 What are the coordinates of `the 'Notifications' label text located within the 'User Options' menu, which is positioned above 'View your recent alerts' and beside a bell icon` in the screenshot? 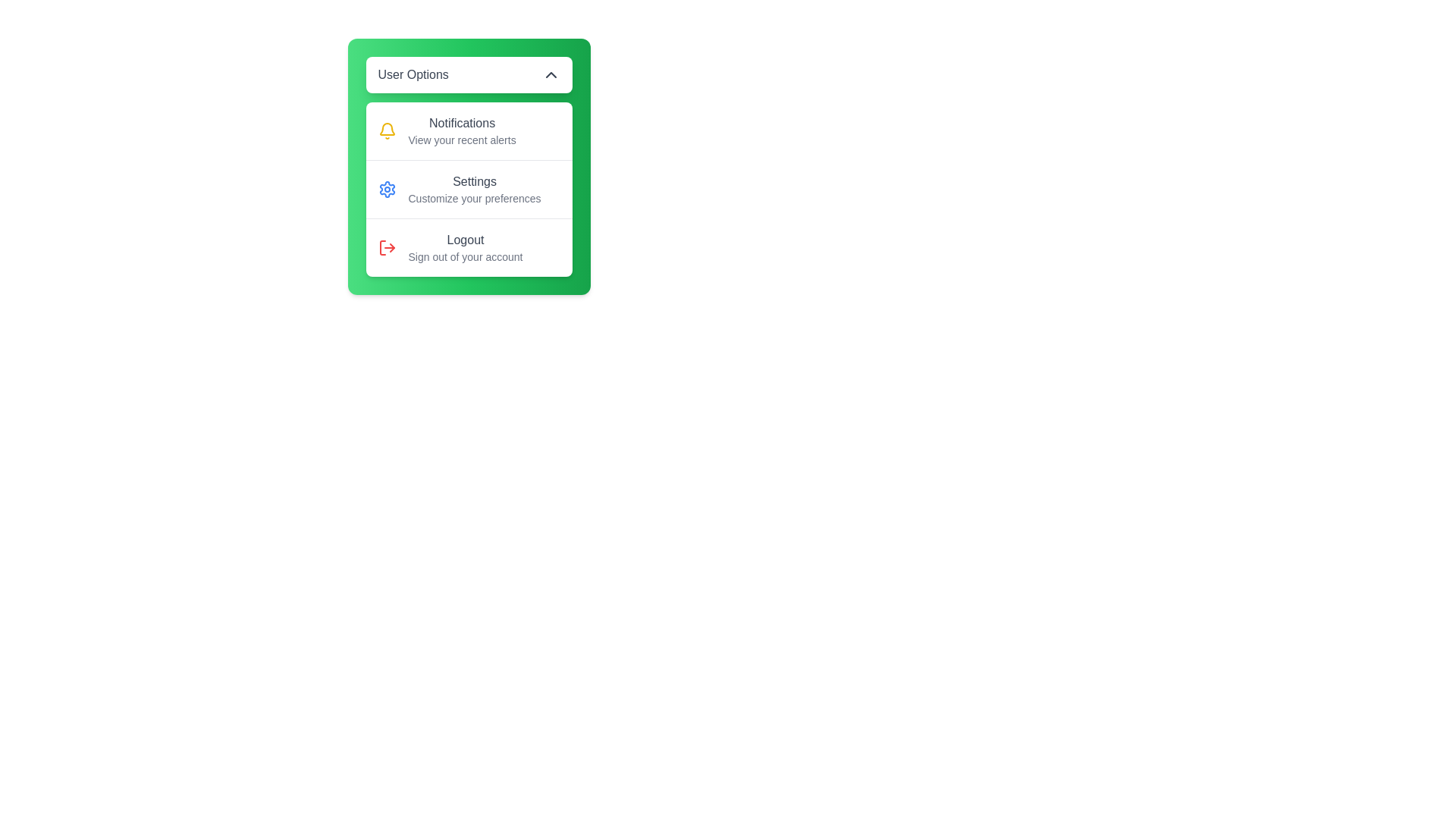 It's located at (461, 122).